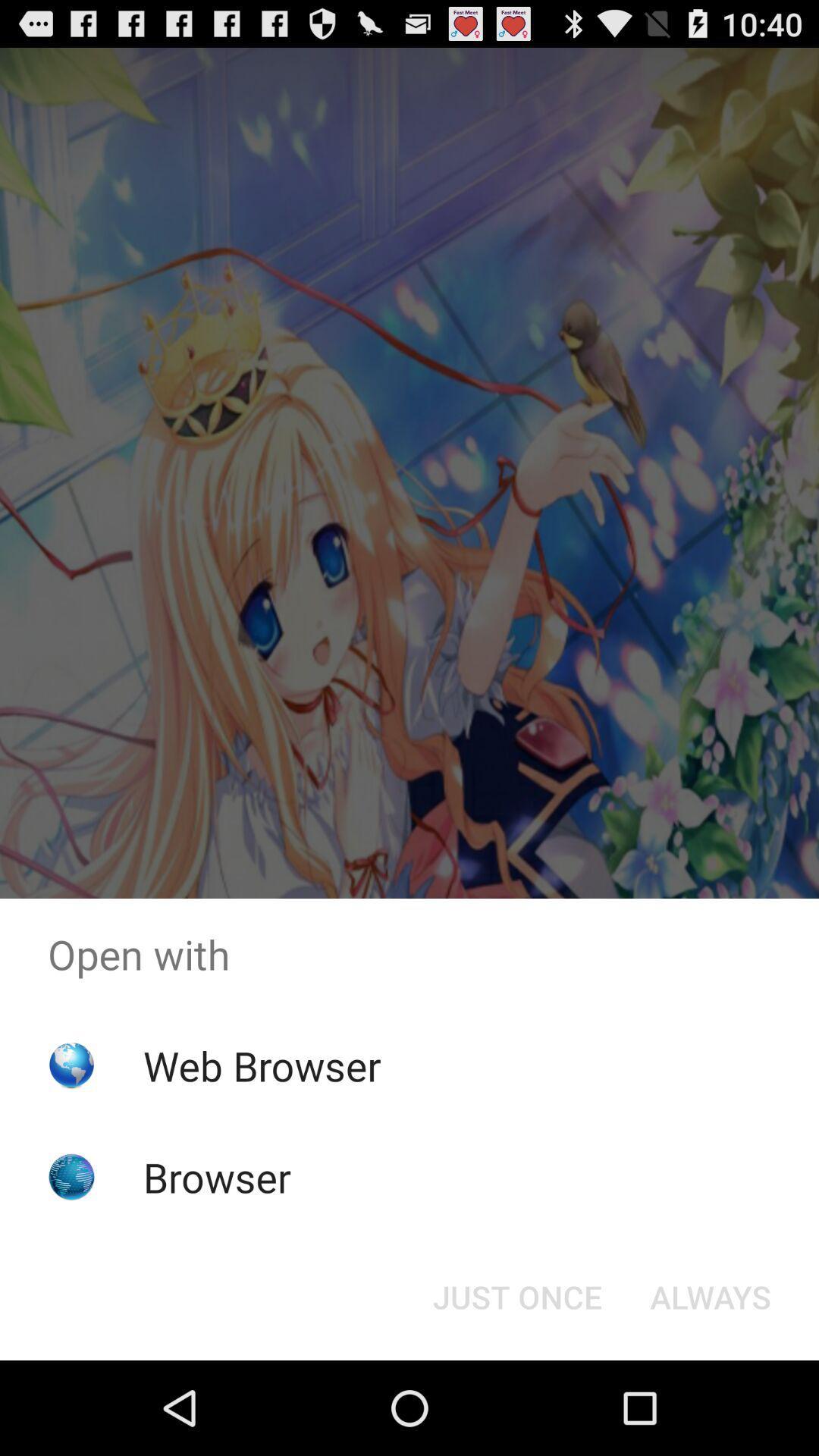  Describe the element at coordinates (711, 1295) in the screenshot. I see `item to the right of just once icon` at that location.